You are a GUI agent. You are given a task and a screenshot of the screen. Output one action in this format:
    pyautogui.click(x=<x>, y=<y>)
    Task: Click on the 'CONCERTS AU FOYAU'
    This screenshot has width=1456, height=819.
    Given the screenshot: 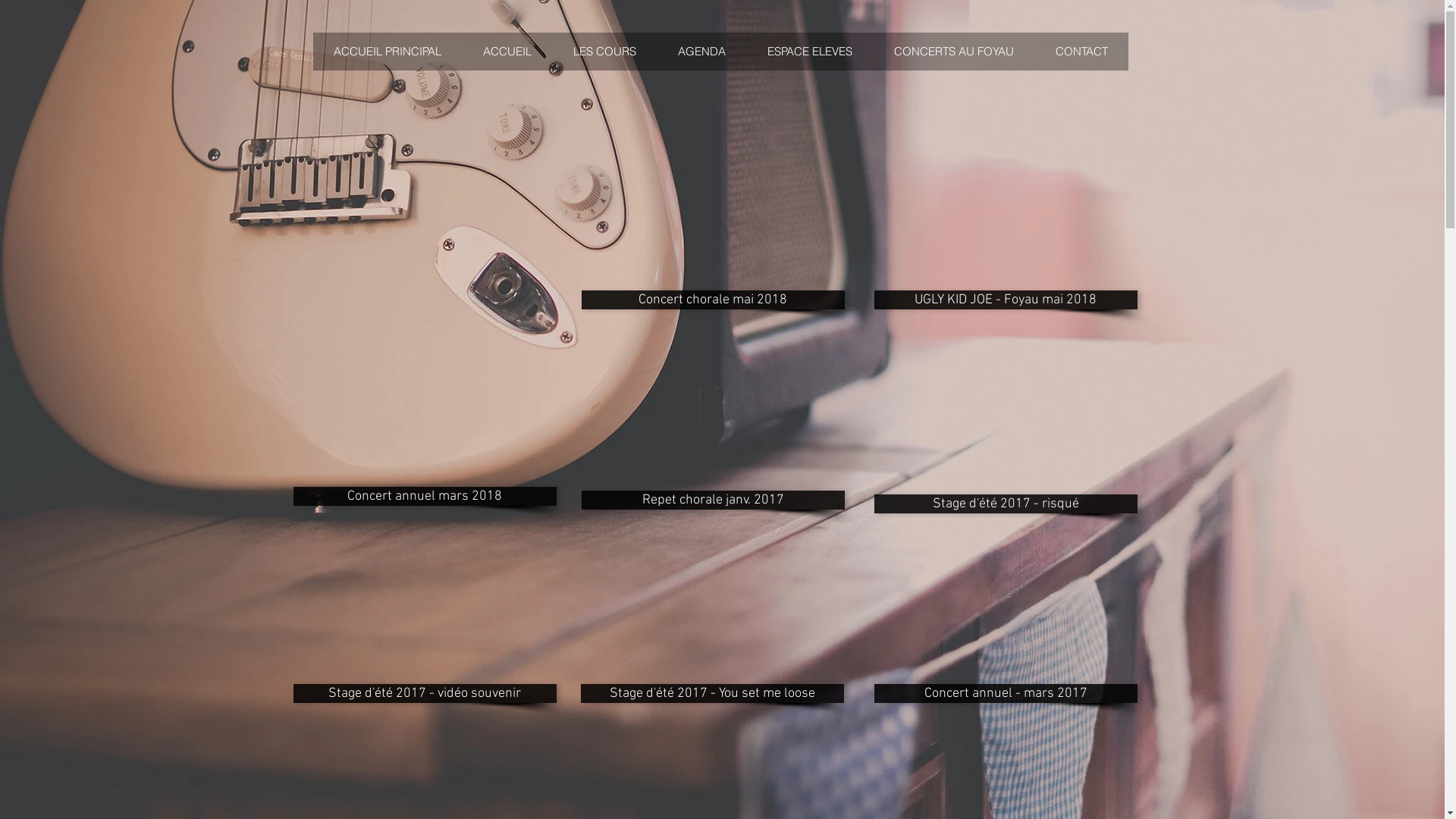 What is the action you would take?
    pyautogui.click(x=952, y=51)
    